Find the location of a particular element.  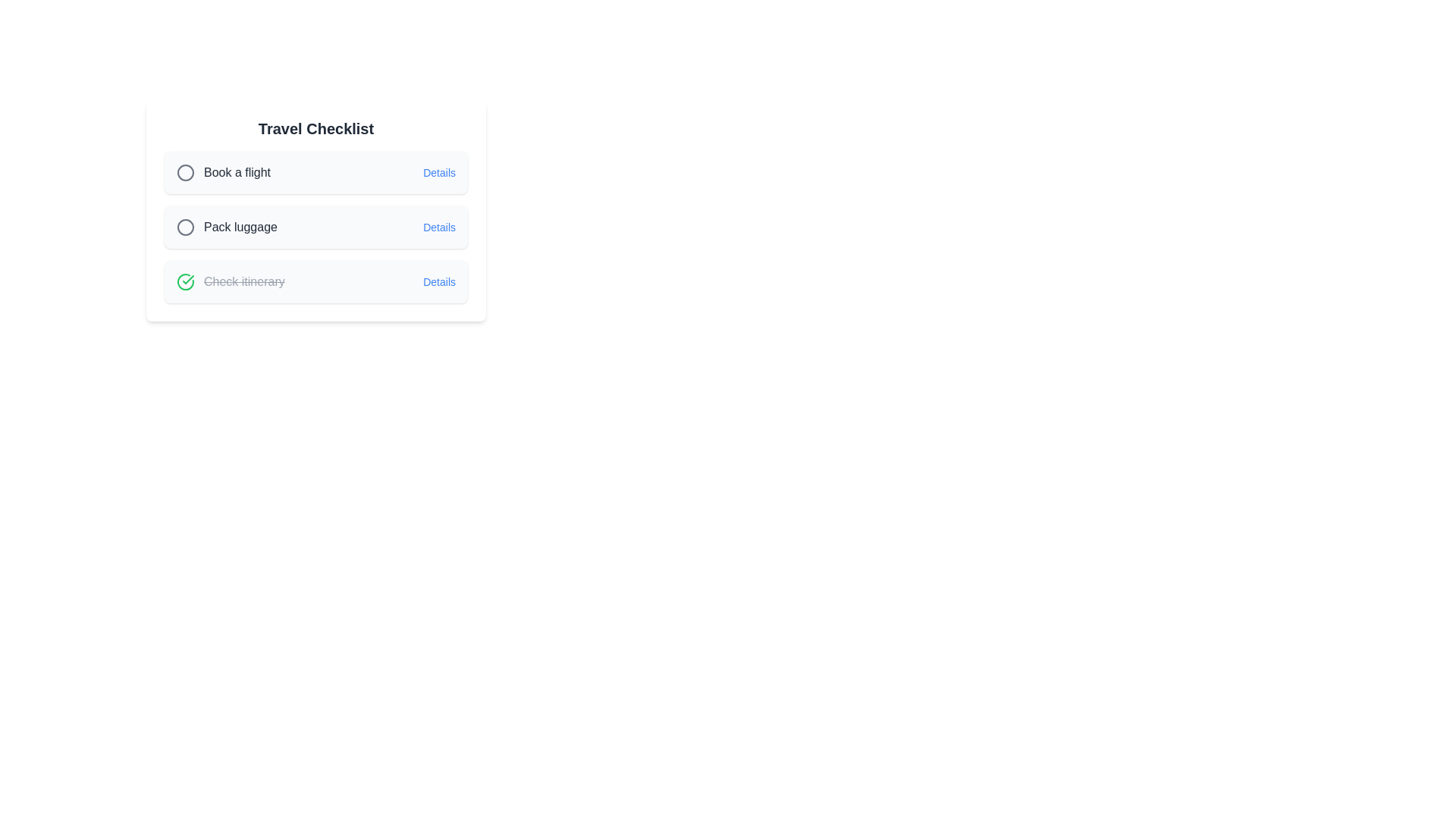

the checklist item labeled 'Pack luggage' which is a Text Label with Icon located under the 'Travel Checklist' is located at coordinates (226, 227).